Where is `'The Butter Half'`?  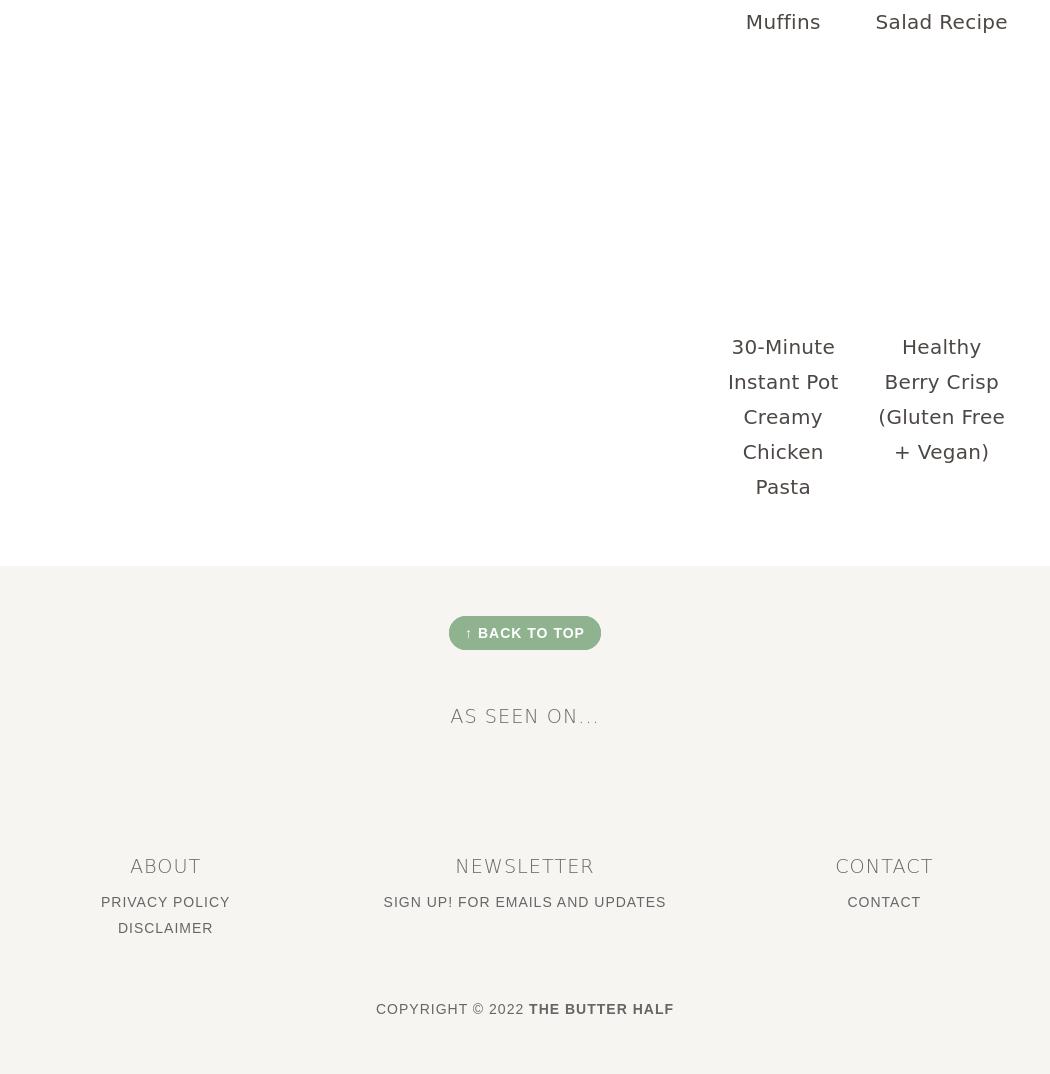
'The Butter Half' is located at coordinates (601, 1006).